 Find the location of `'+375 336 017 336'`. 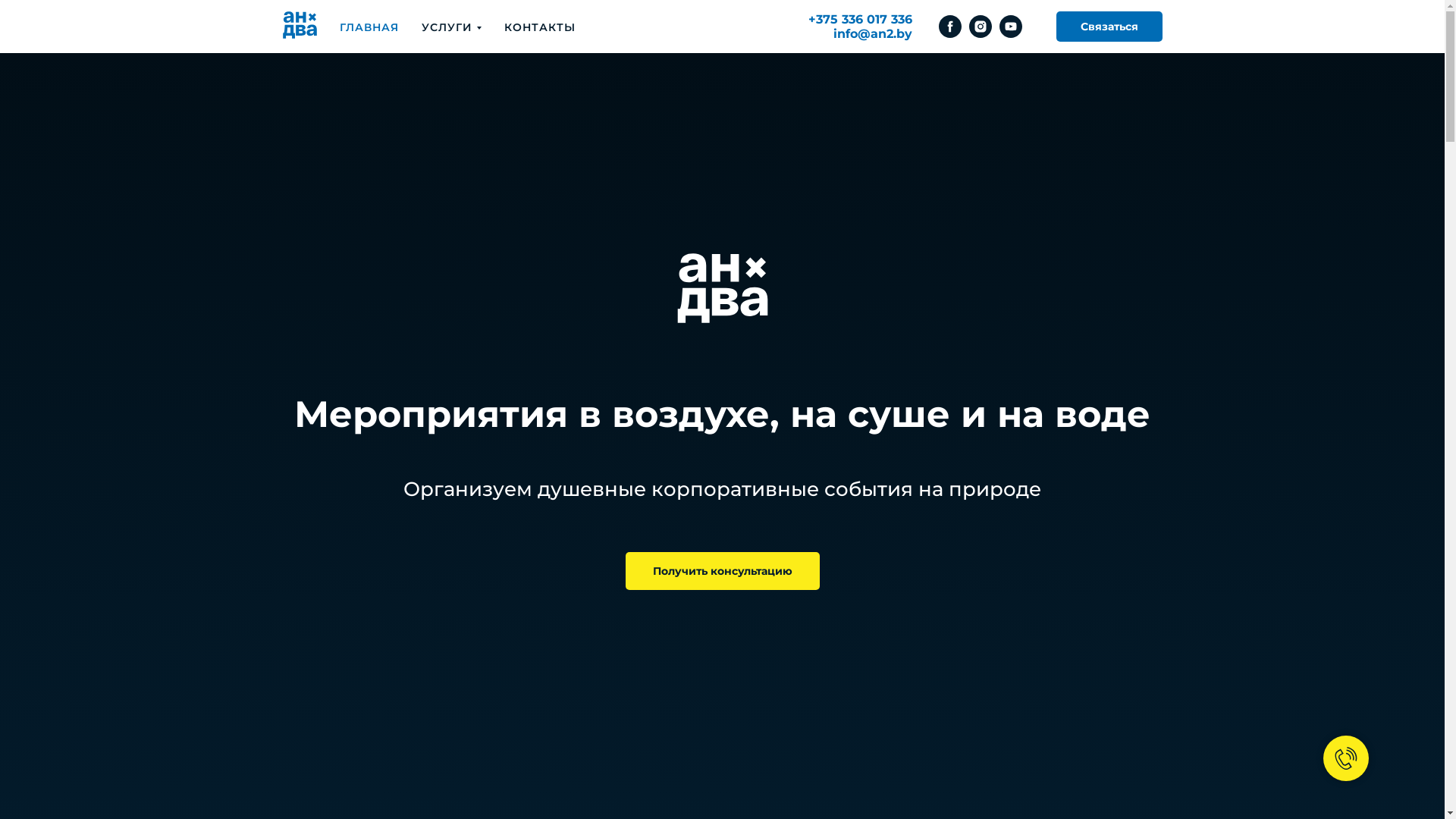

'+375 336 017 336' is located at coordinates (807, 19).